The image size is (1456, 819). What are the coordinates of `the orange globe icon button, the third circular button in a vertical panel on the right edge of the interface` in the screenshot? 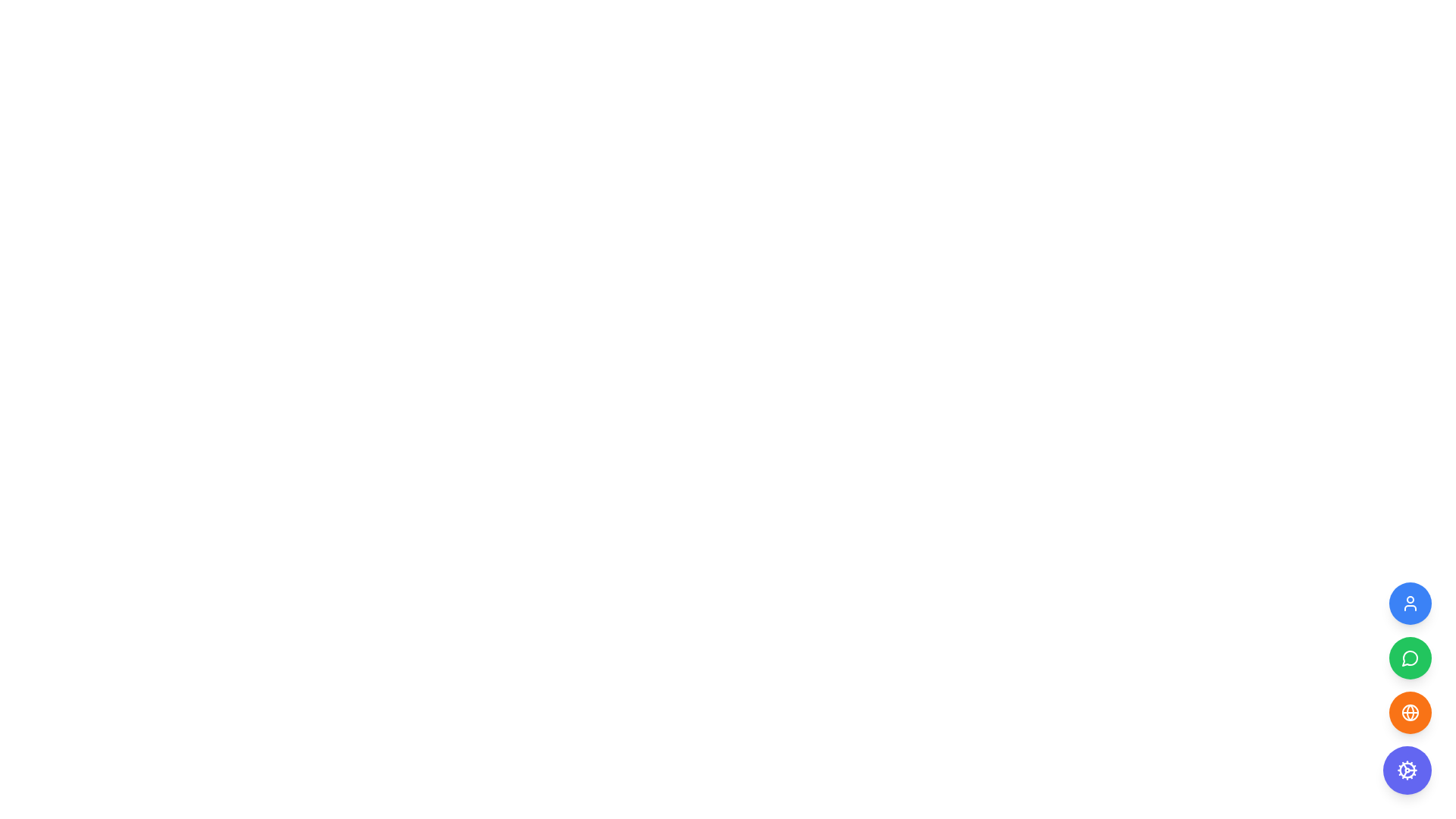 It's located at (1410, 713).